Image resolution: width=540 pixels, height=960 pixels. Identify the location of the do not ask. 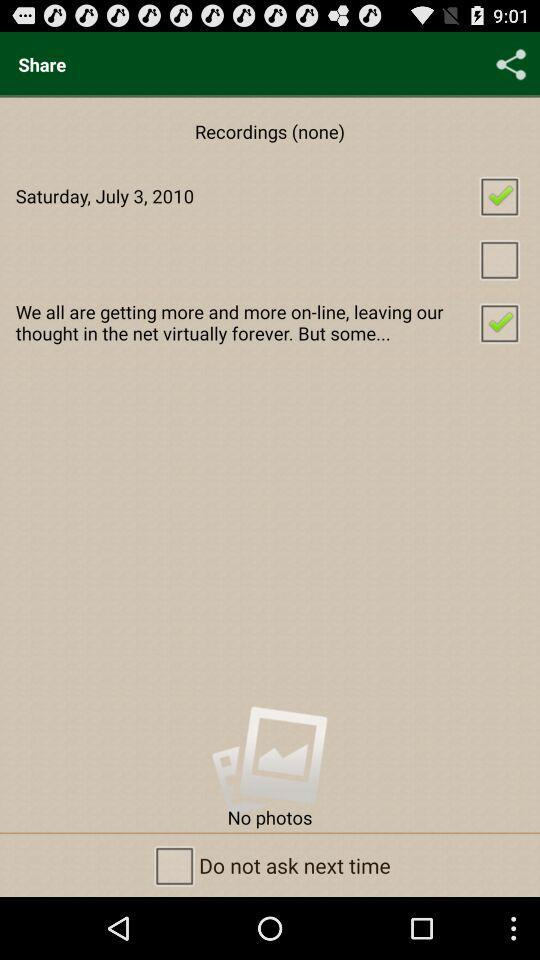
(270, 864).